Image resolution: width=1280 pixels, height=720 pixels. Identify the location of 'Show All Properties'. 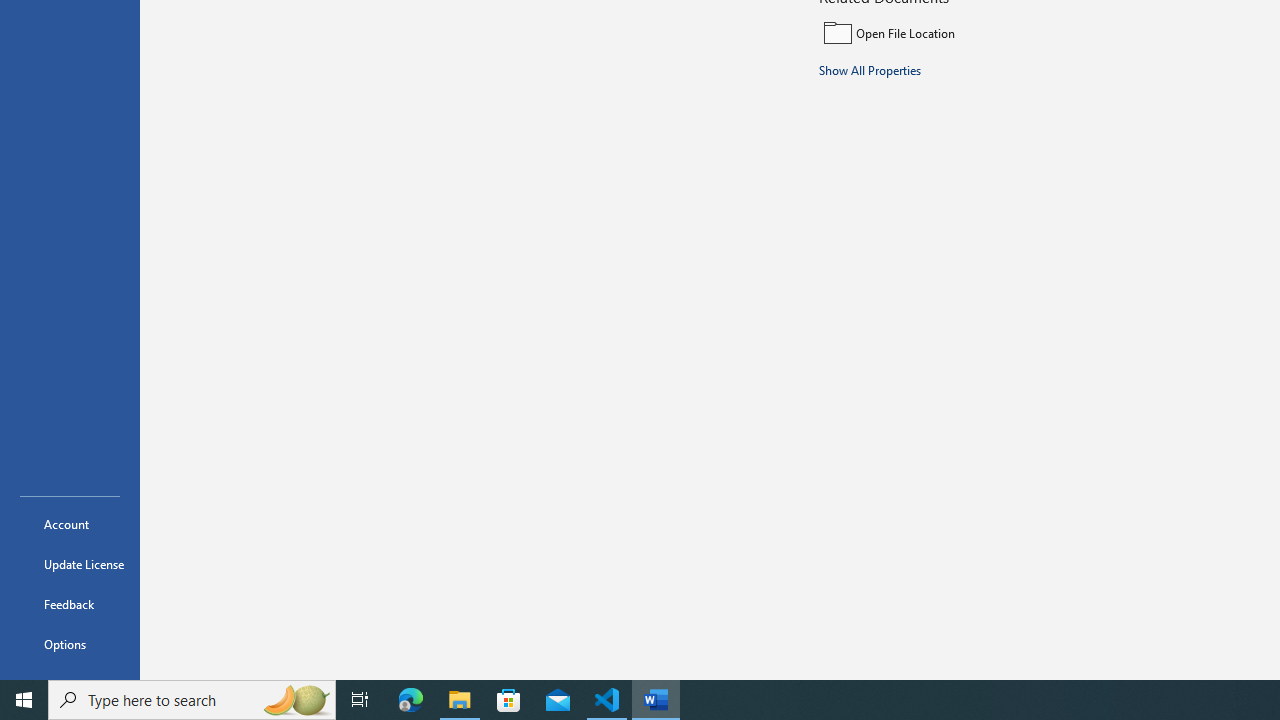
(871, 68).